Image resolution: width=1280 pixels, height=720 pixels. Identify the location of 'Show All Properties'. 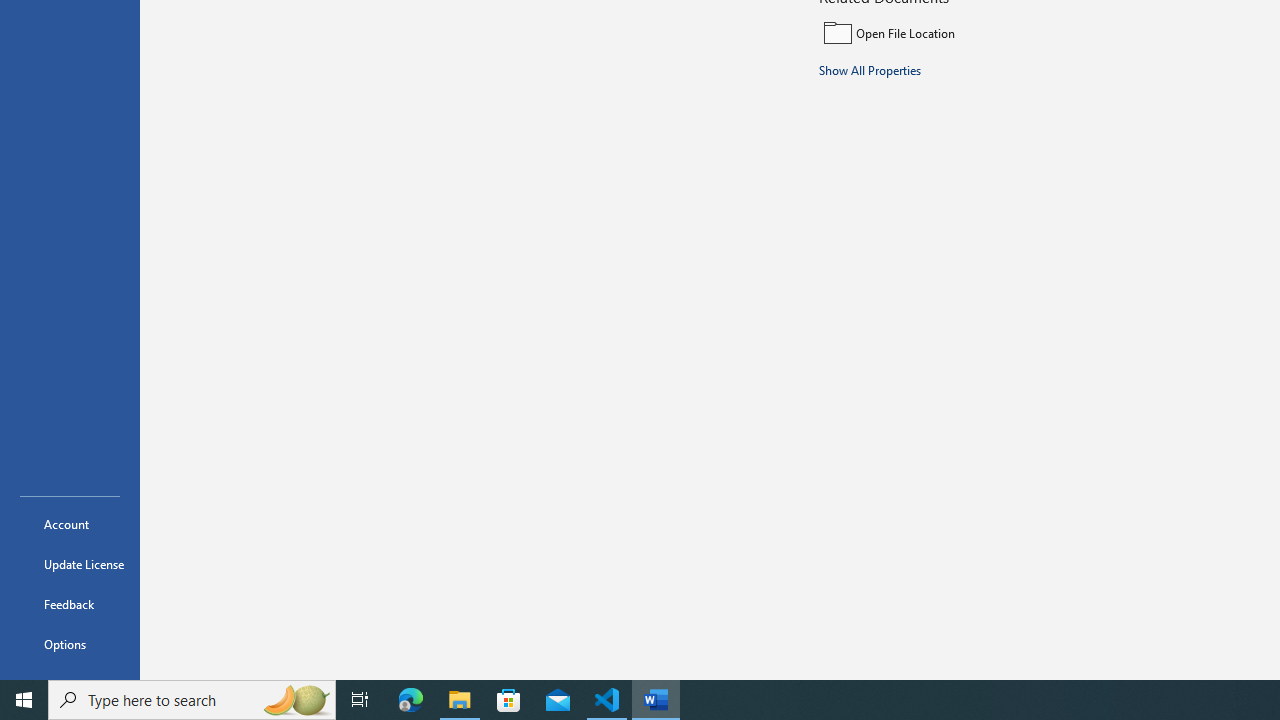
(871, 68).